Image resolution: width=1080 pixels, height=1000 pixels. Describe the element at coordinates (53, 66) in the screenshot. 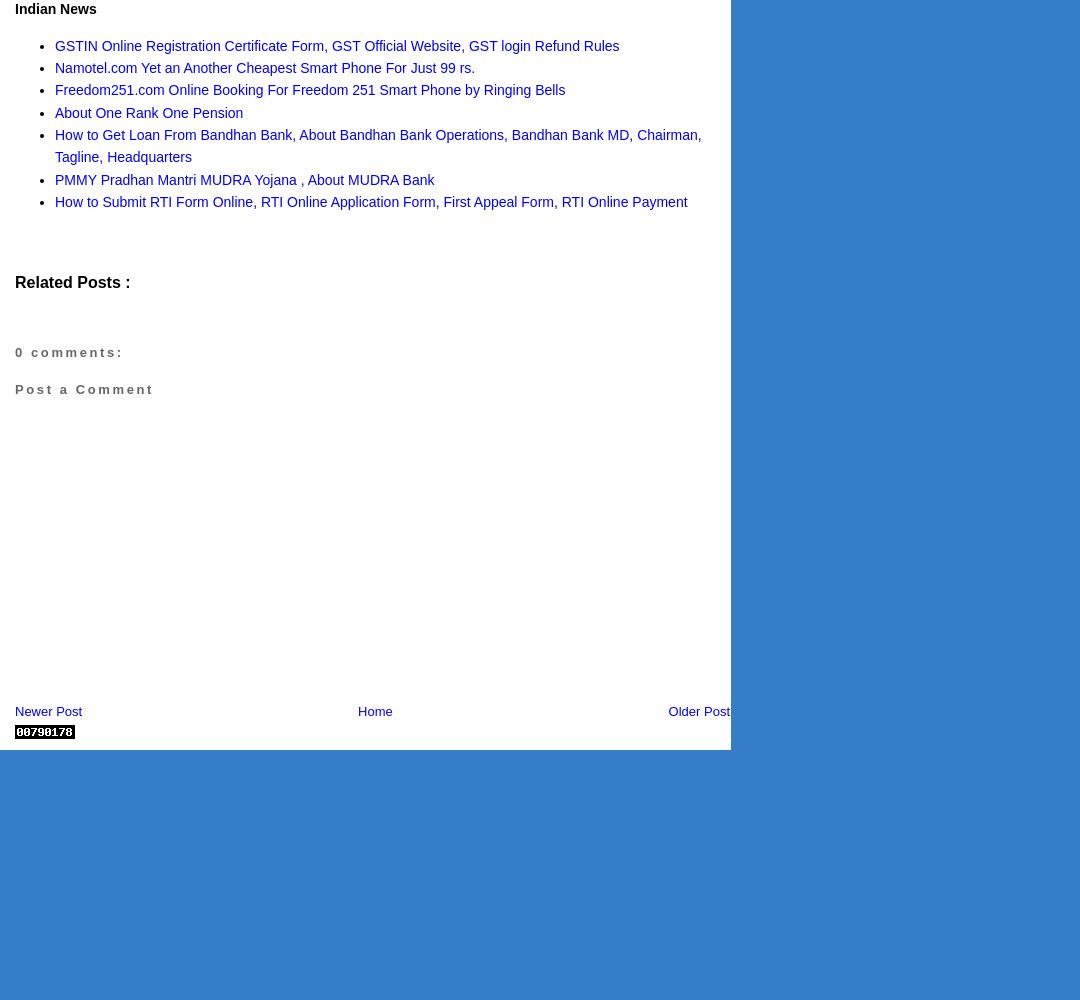

I see `'Namotel.com Yet an Another Cheapest Smart Phone For Just 99 rs.'` at that location.